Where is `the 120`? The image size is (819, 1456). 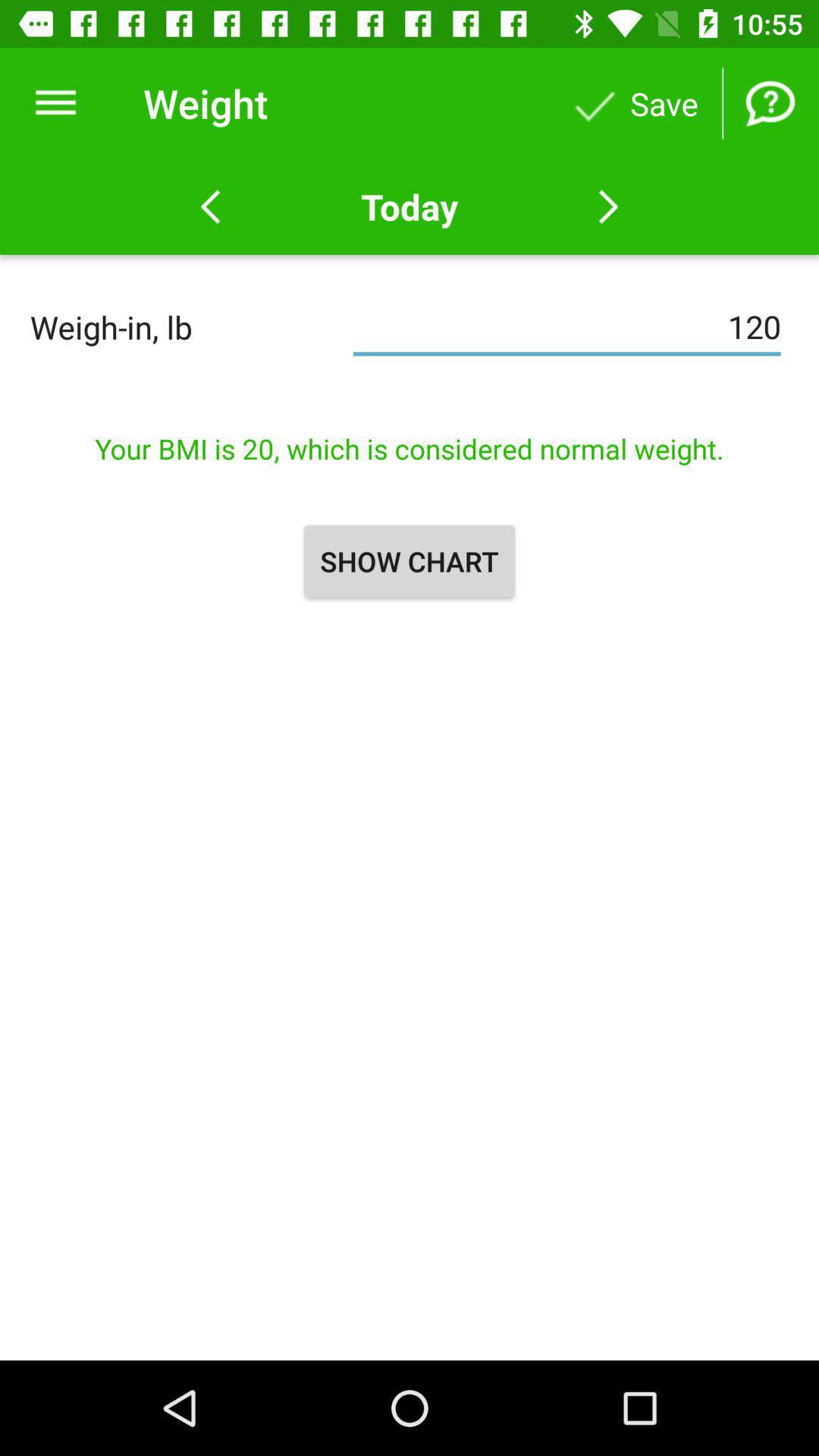
the 120 is located at coordinates (566, 326).